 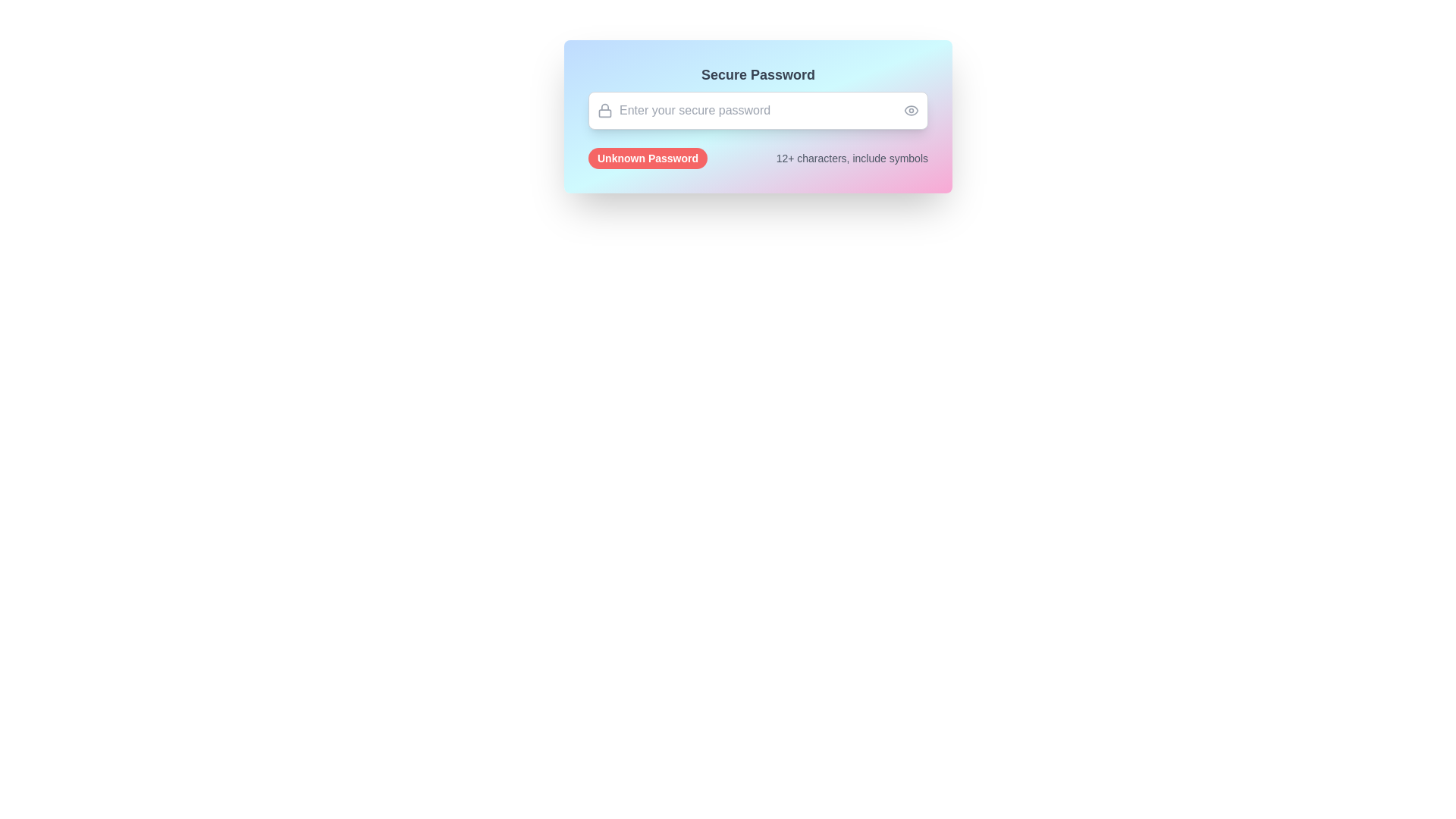 What do you see at coordinates (910, 110) in the screenshot?
I see `the eye icon button located inside the password input field` at bounding box center [910, 110].